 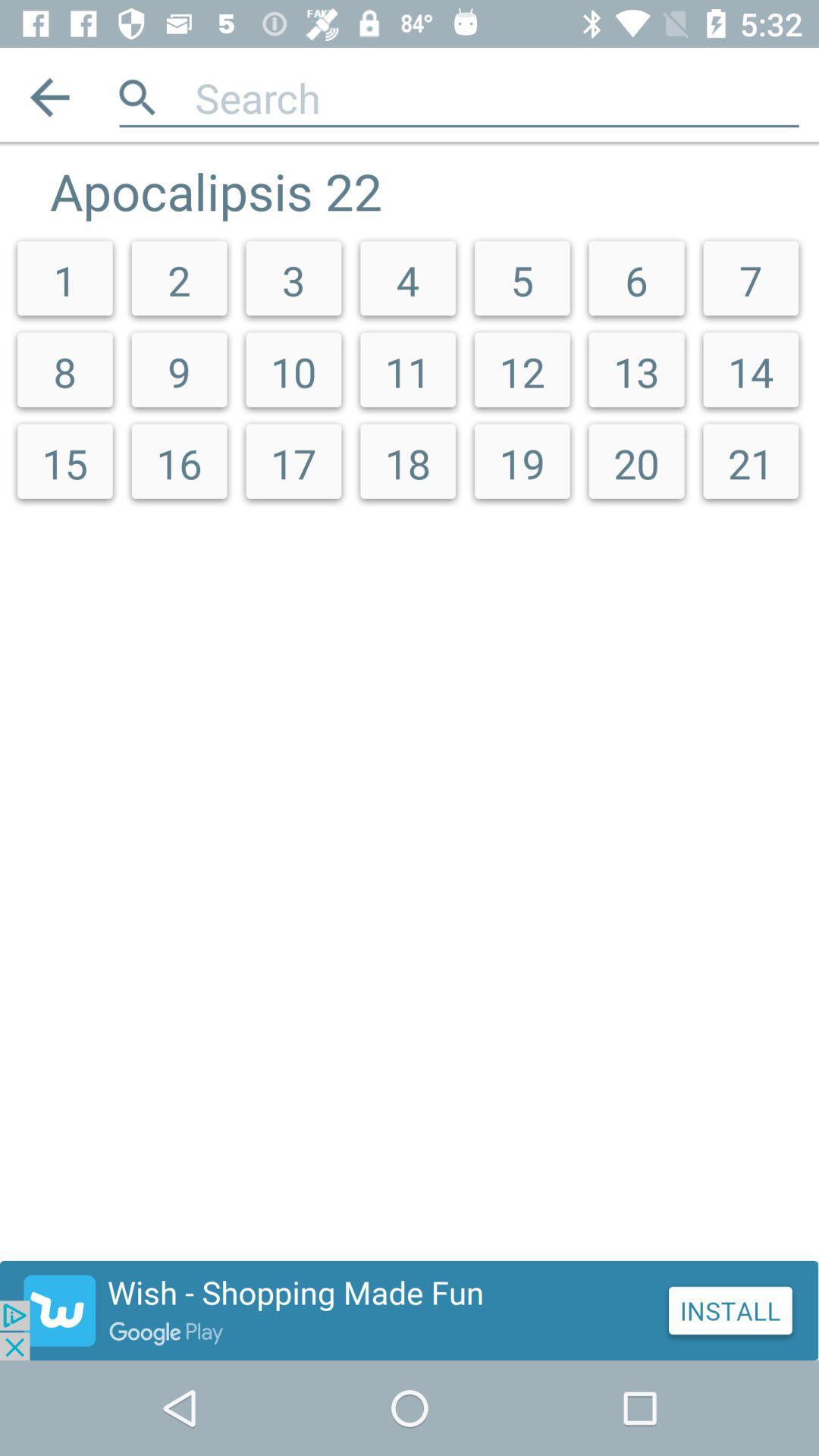 I want to click on show outside advertisement, so click(x=409, y=1310).